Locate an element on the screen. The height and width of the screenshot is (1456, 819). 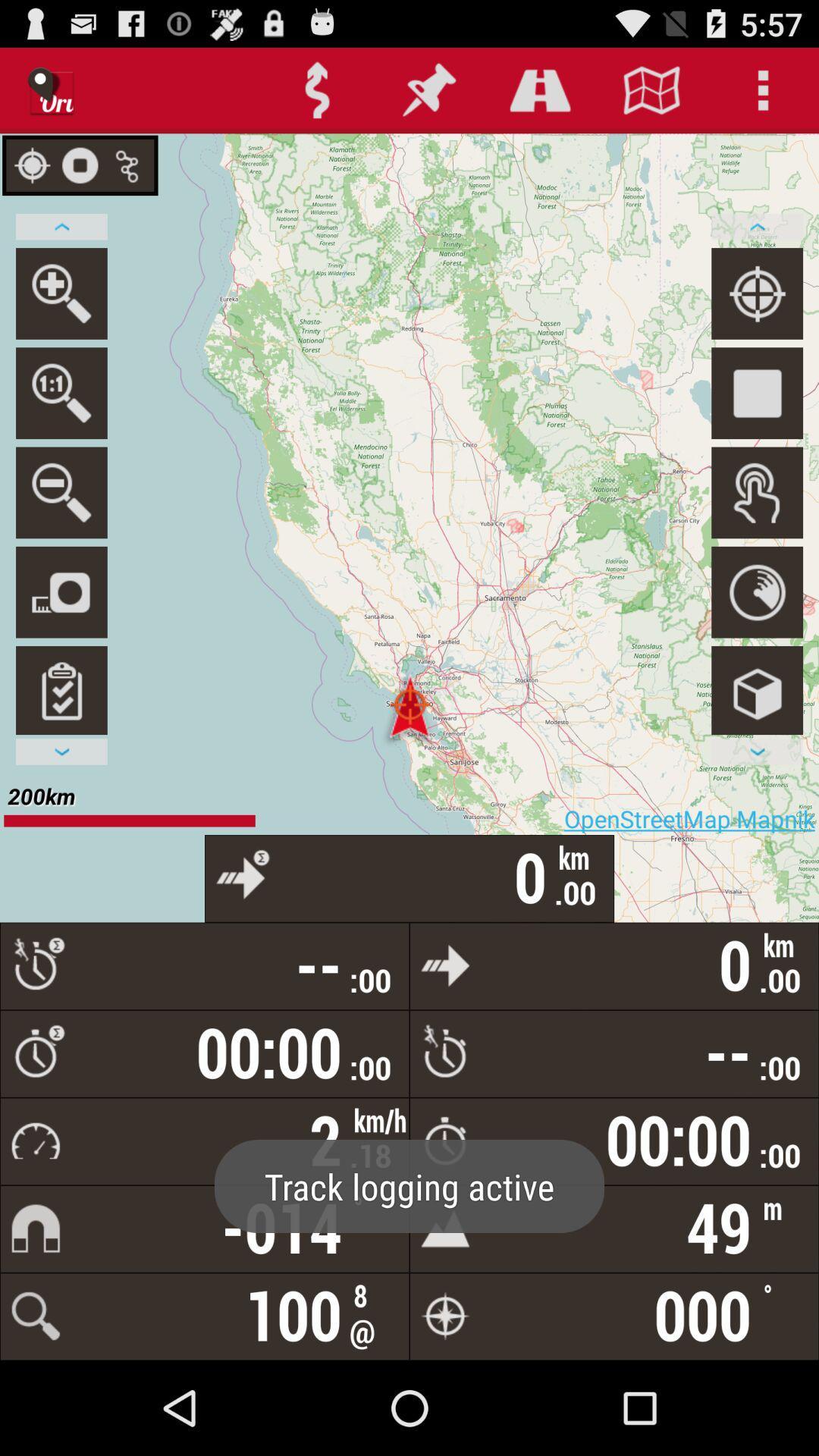
the location_crosshair icon is located at coordinates (757, 313).